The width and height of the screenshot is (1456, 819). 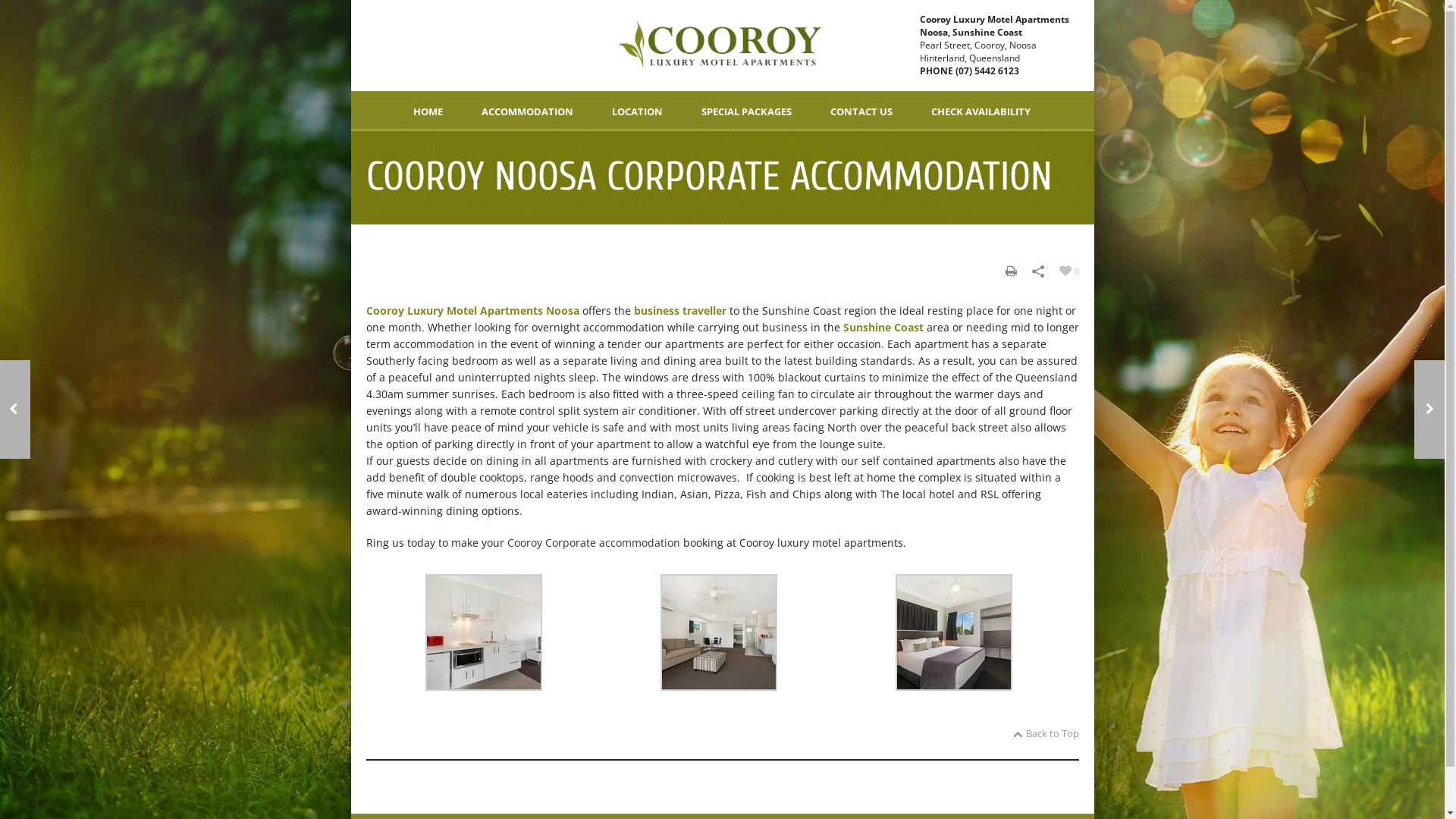 I want to click on 'HOME', so click(x=427, y=110).